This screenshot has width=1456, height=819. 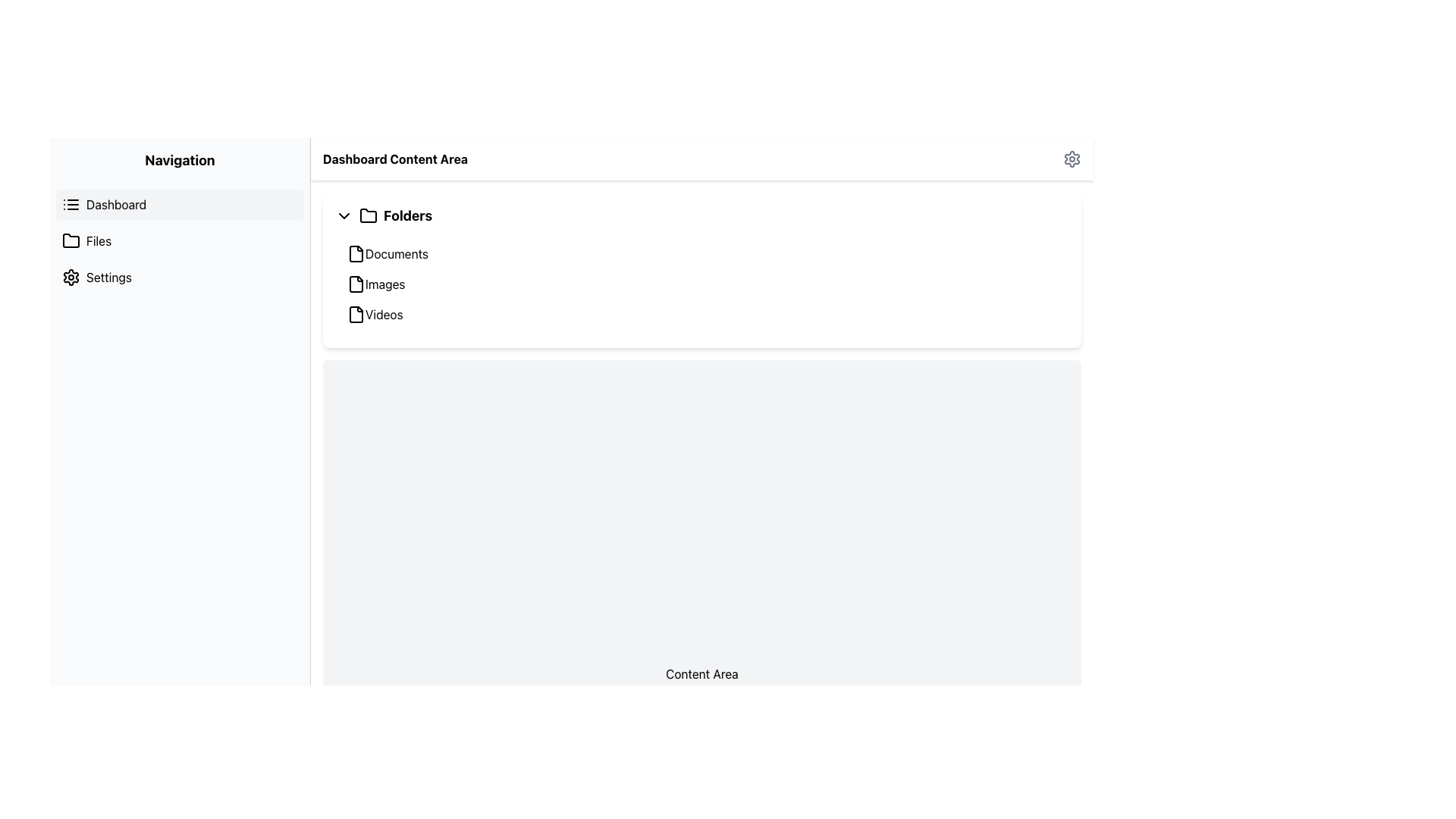 I want to click on the header text label in the navigation sidebar that indicates the purpose of the section, located at the top of the sidebar, directly above 'Dashboard', 'Files', and 'Settings', so click(x=180, y=161).